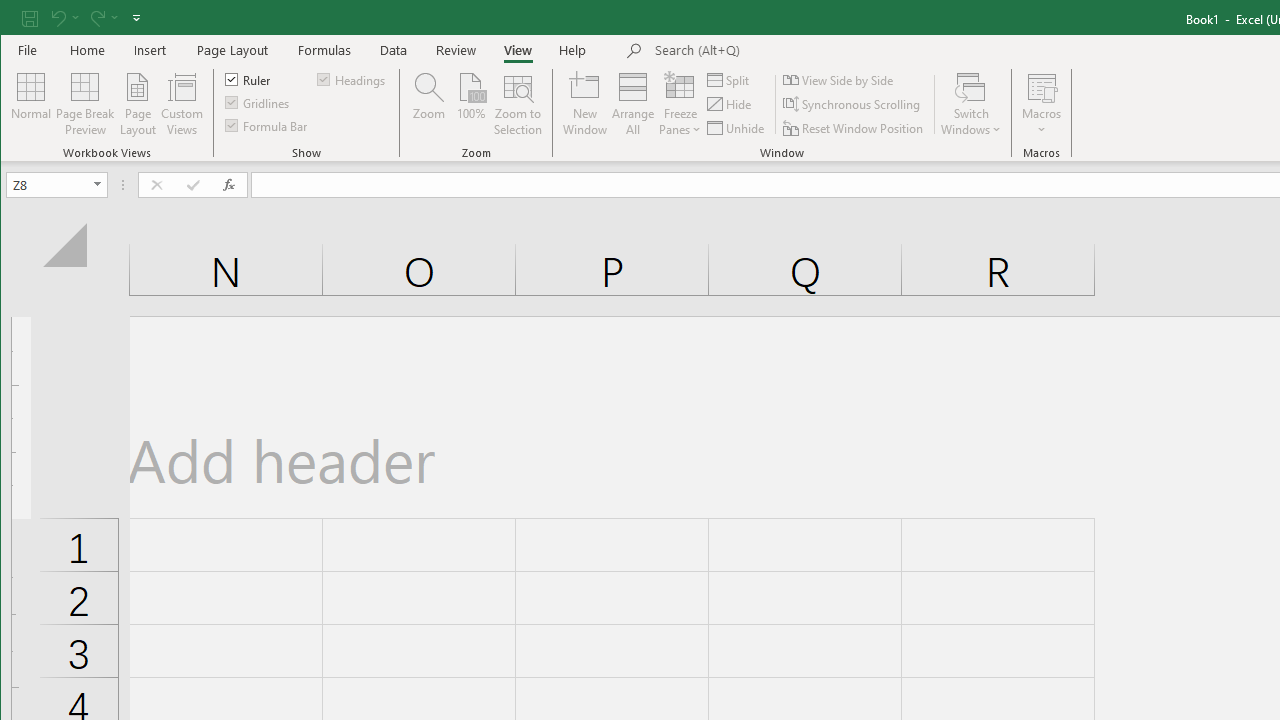 The width and height of the screenshot is (1280, 720). I want to click on 'Custom Views...', so click(182, 104).